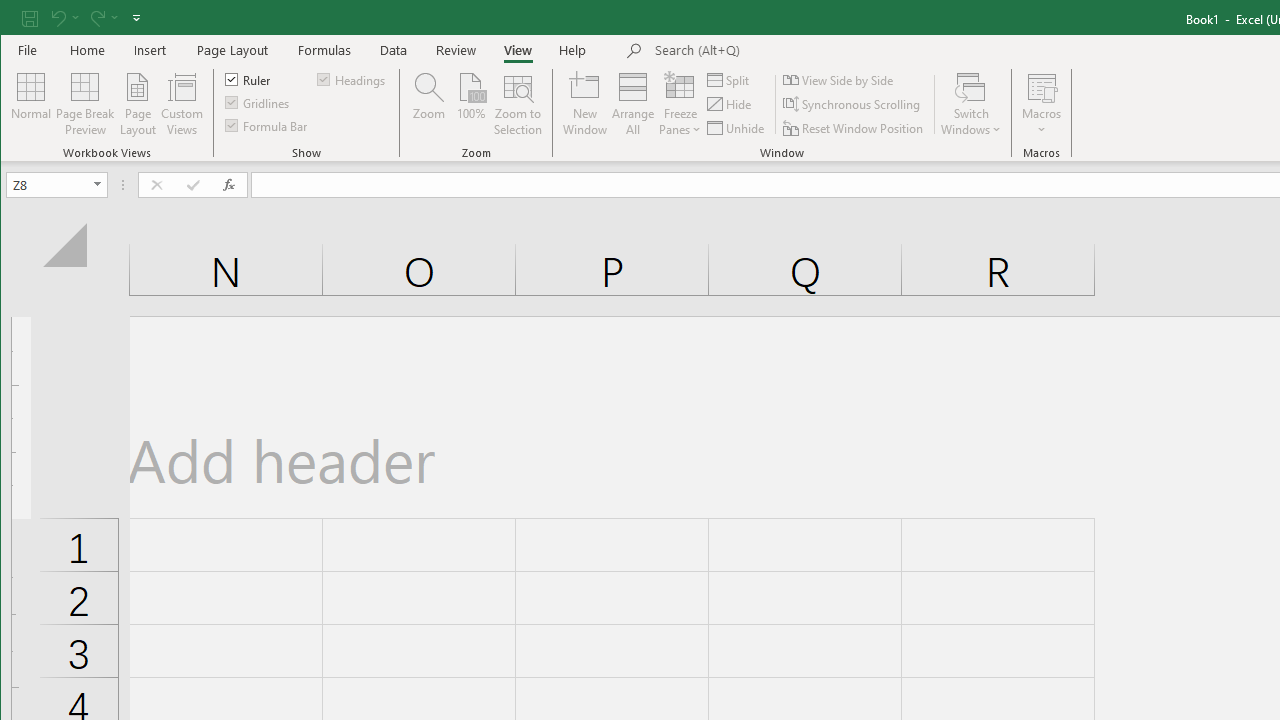 The width and height of the screenshot is (1280, 720). I want to click on 'Custom Views...', so click(182, 104).